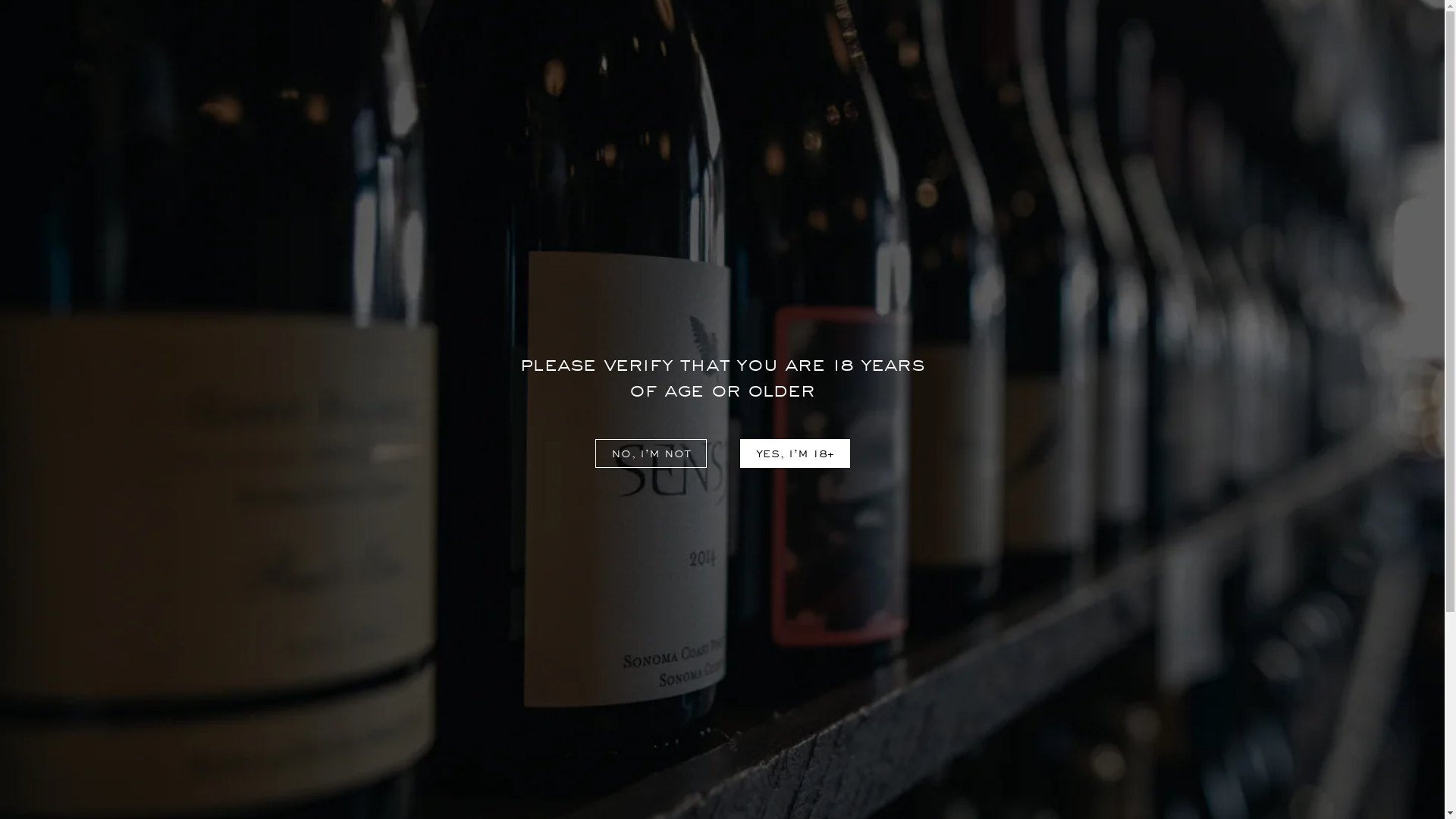 Image resolution: width=1456 pixels, height=819 pixels. Describe the element at coordinates (235, 730) in the screenshot. I see `'Terms of Service'` at that location.